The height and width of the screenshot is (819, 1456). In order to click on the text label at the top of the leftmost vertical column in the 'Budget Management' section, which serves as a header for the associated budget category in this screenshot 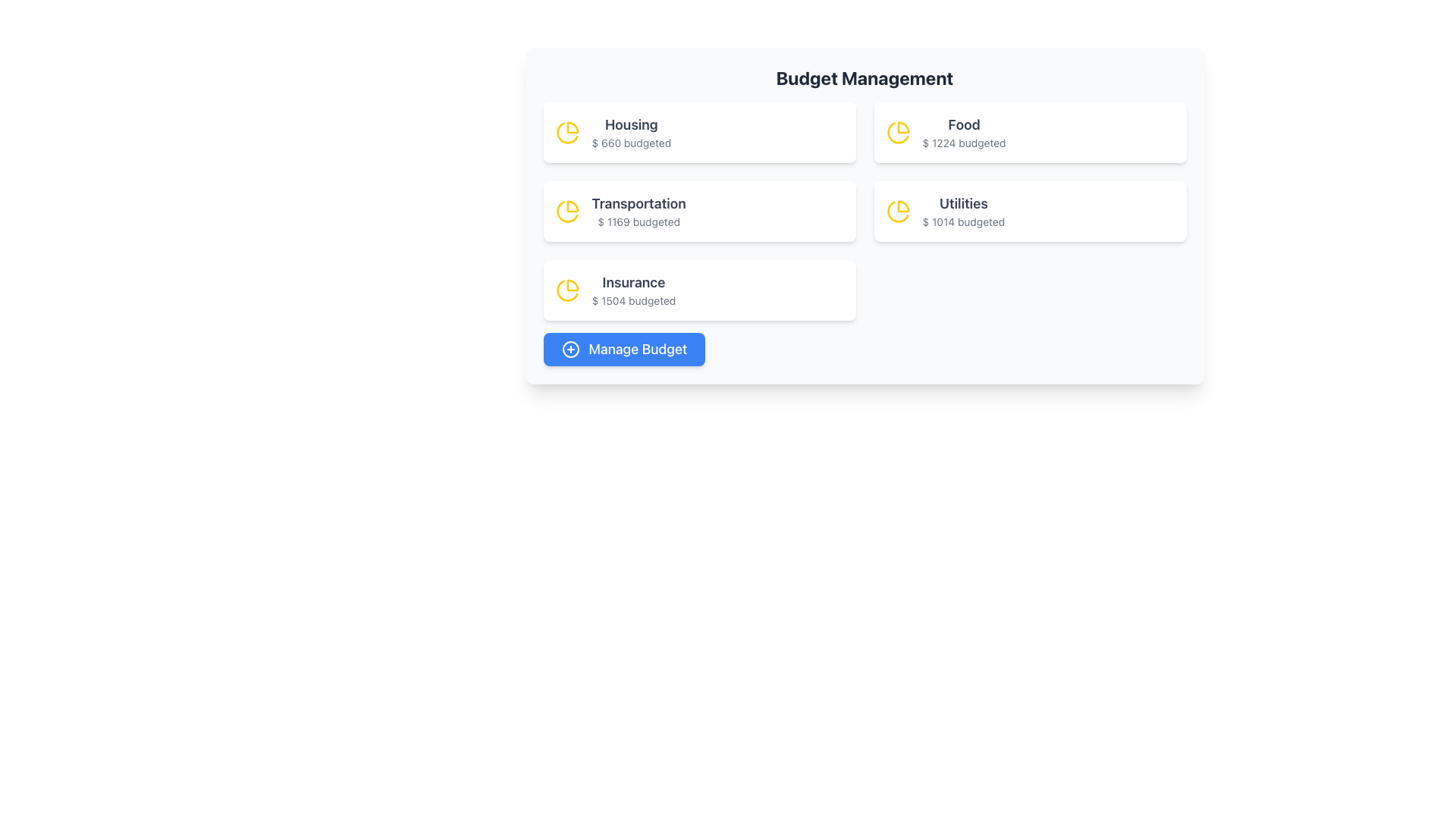, I will do `click(631, 124)`.